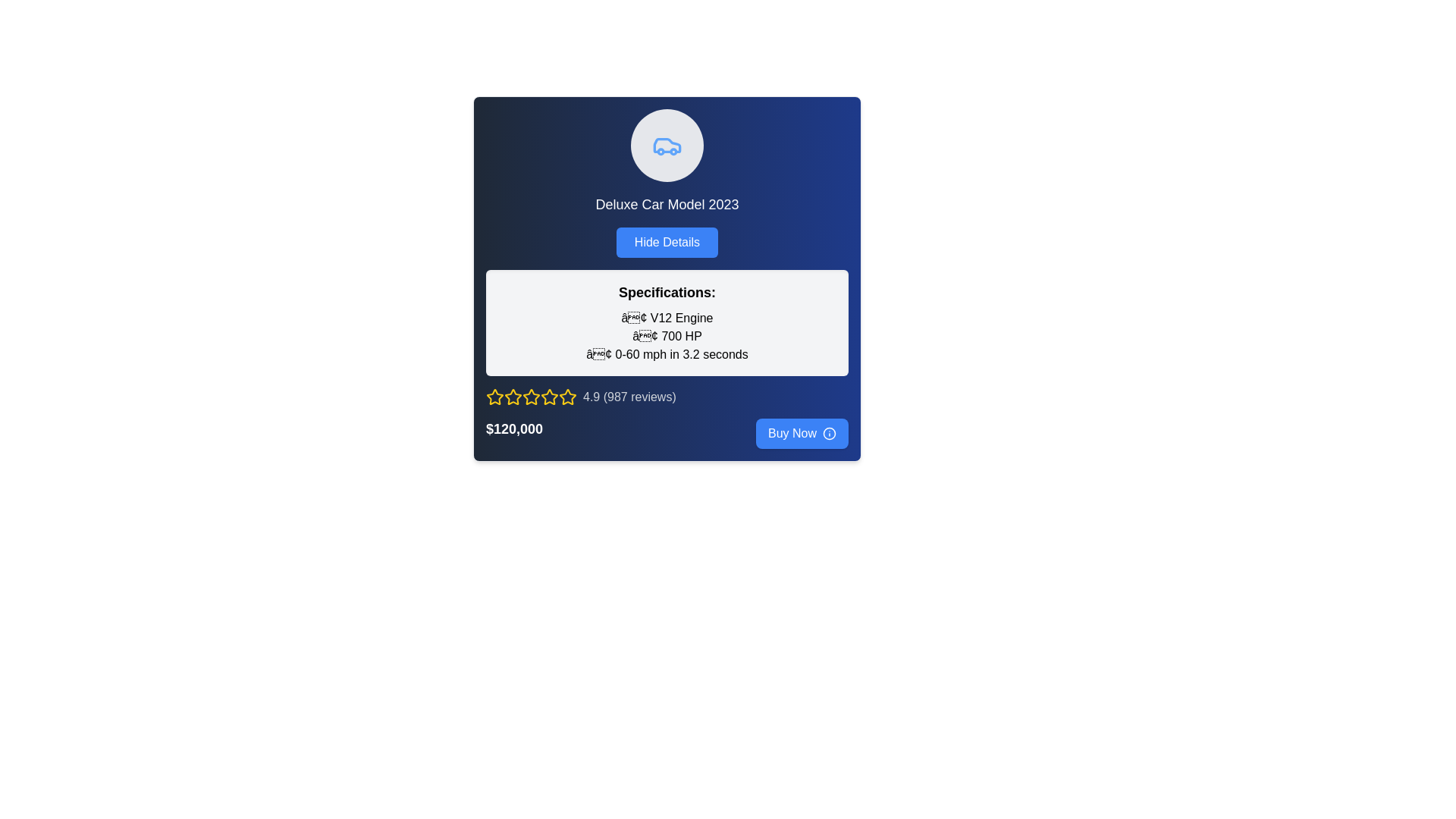  Describe the element at coordinates (667, 242) in the screenshot. I see `the button used to hide additional details for the 'Deluxe Car Model 2023'` at that location.